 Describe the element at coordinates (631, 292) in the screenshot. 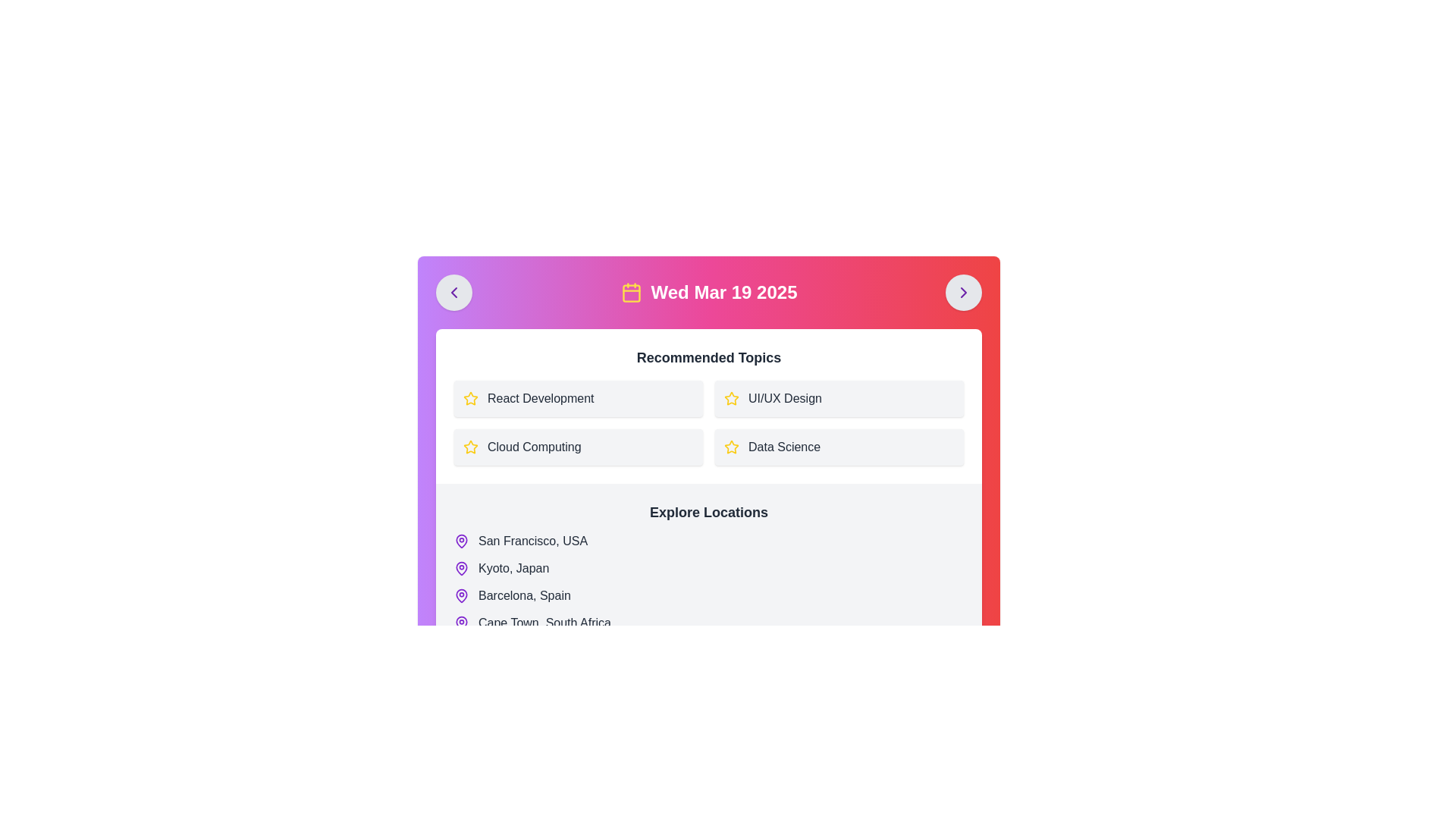

I see `the calendar icon with a yellow outline located to the left of the date text 'Wed Mar 19 2025' in the header` at that location.